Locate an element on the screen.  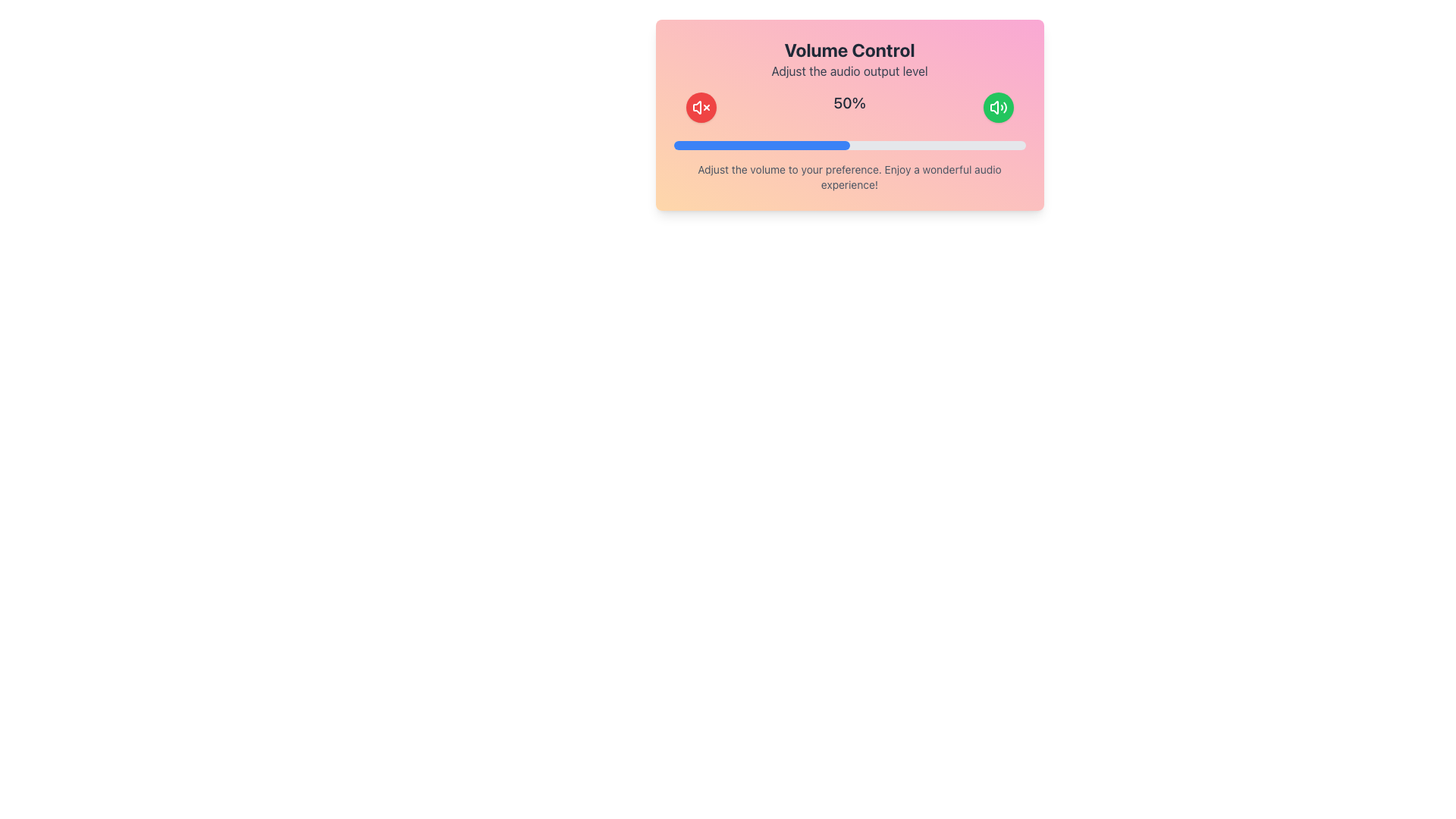
the volume is located at coordinates (744, 146).